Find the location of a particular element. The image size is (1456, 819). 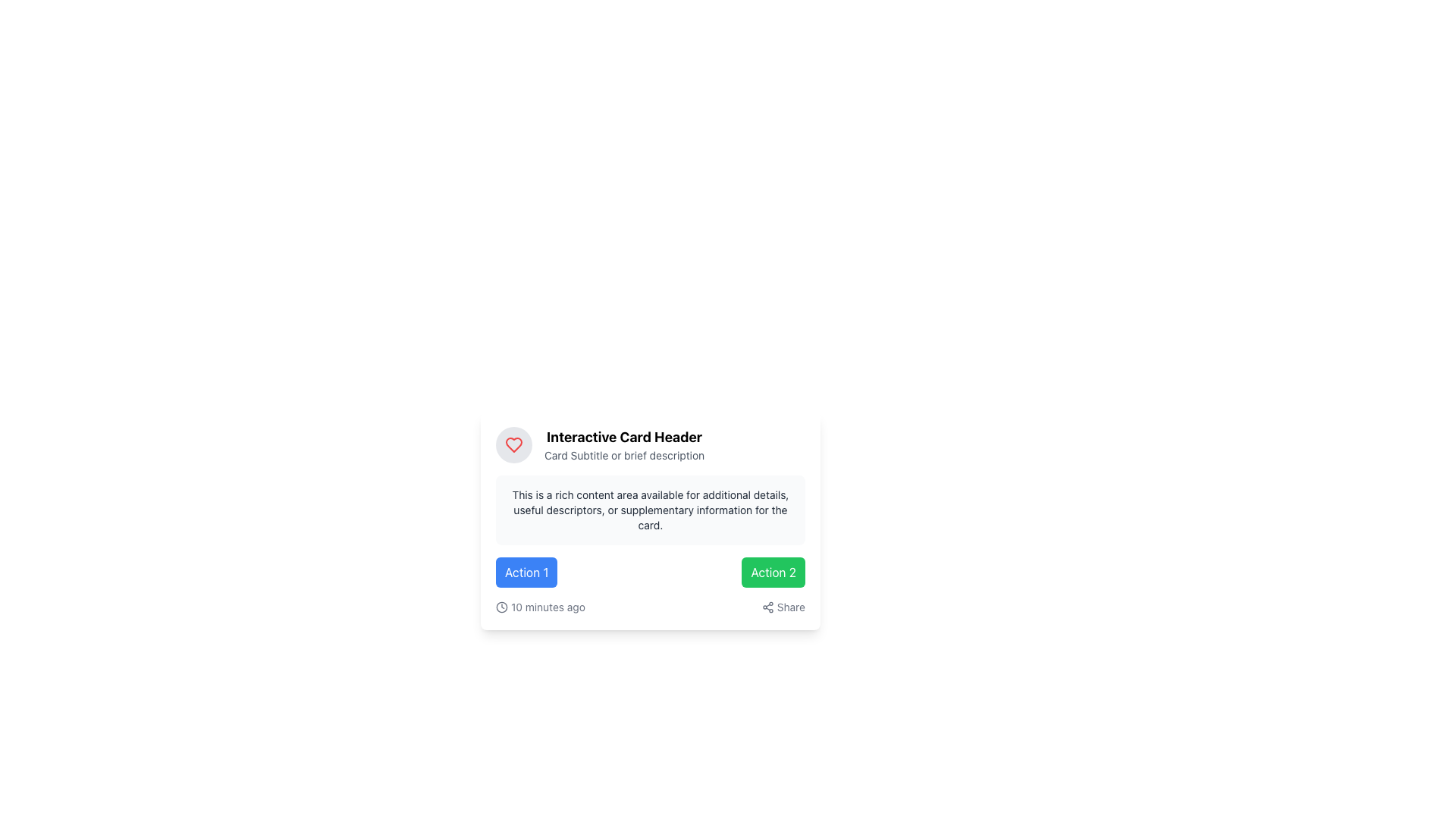

text from the Text Label located below the 'Interactive Card Header' within the card component for supplementary details is located at coordinates (624, 455).